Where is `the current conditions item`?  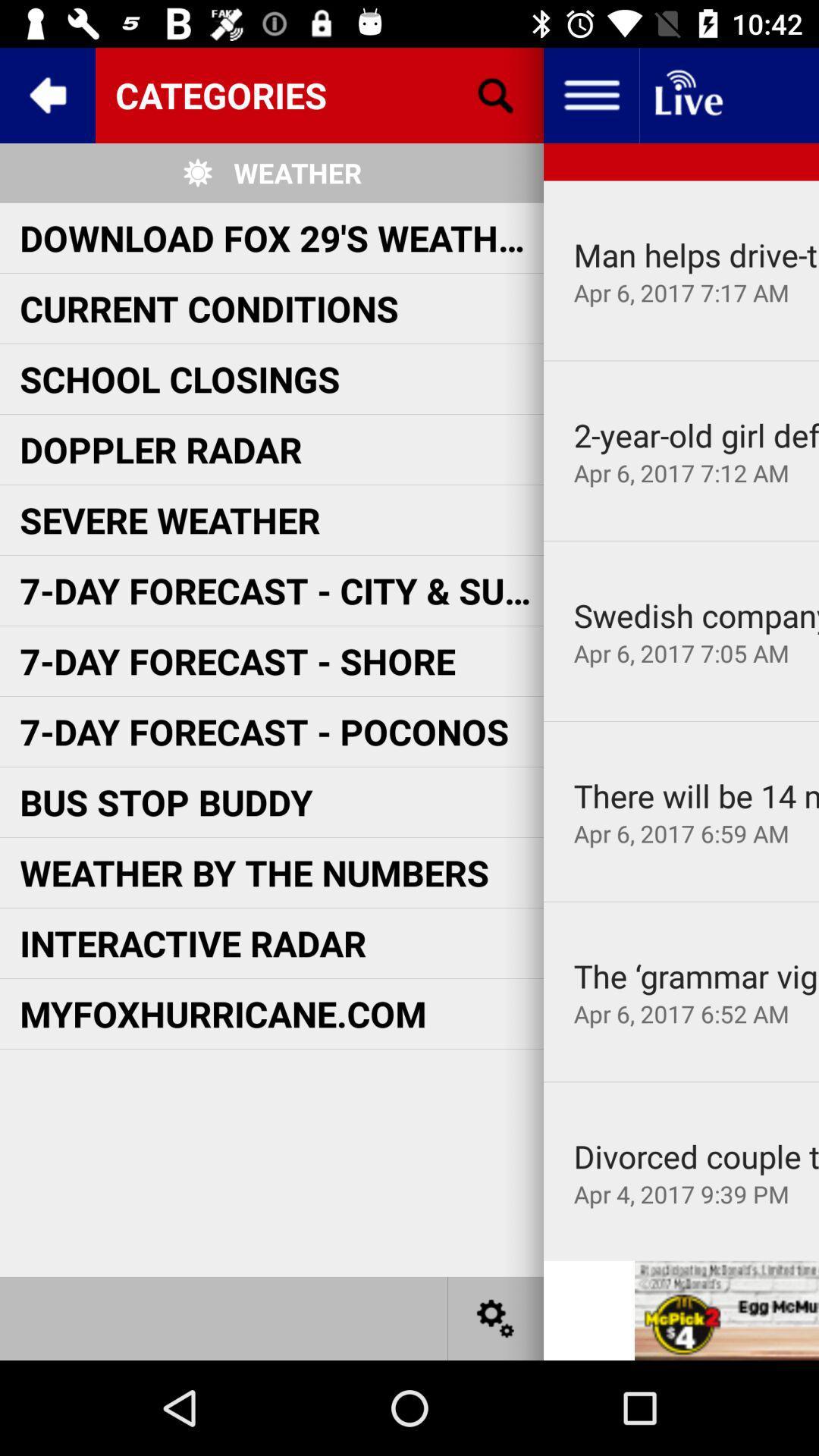 the current conditions item is located at coordinates (209, 307).